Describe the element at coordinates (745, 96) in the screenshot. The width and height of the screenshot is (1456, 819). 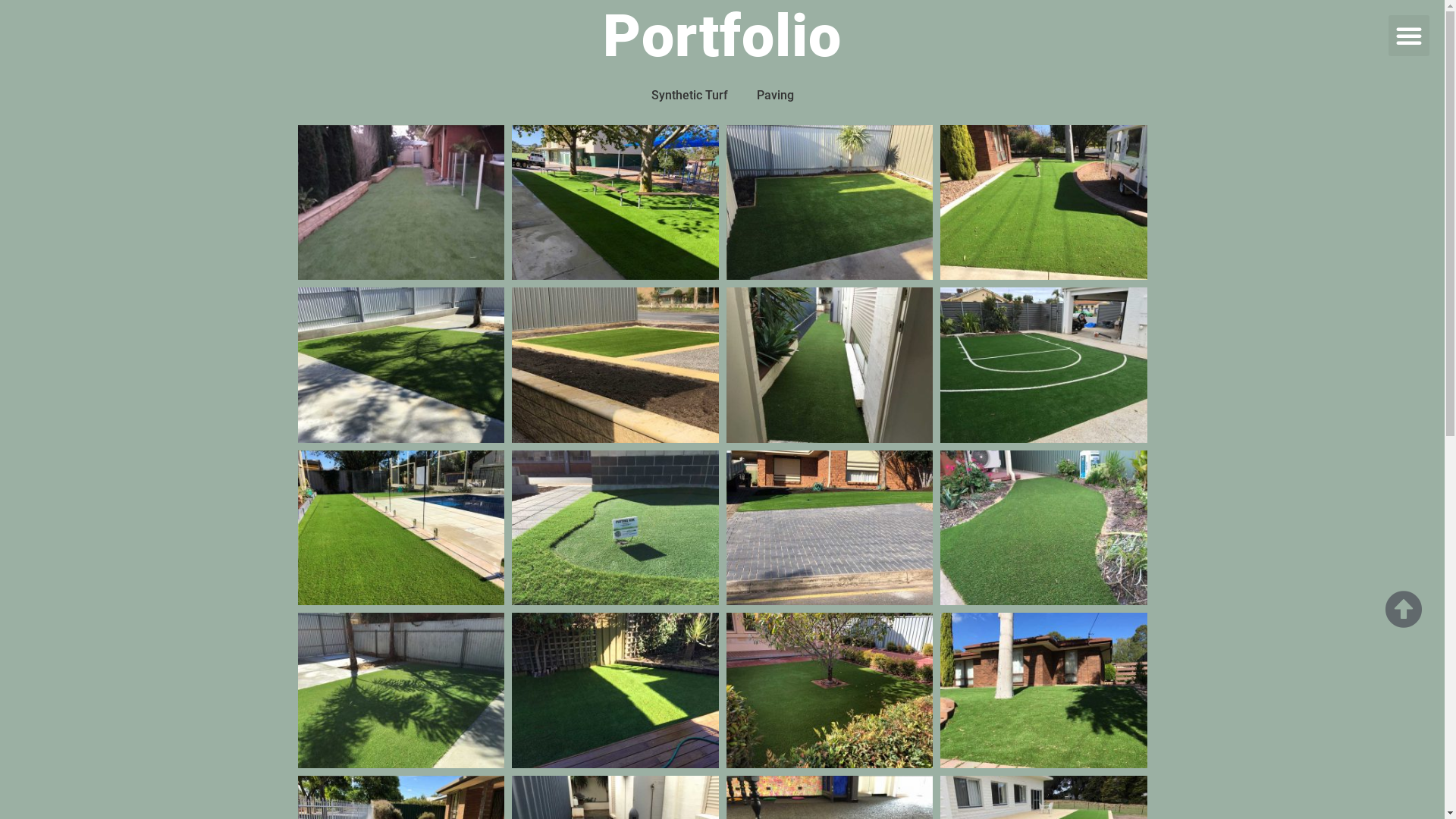
I see `'Paving'` at that location.